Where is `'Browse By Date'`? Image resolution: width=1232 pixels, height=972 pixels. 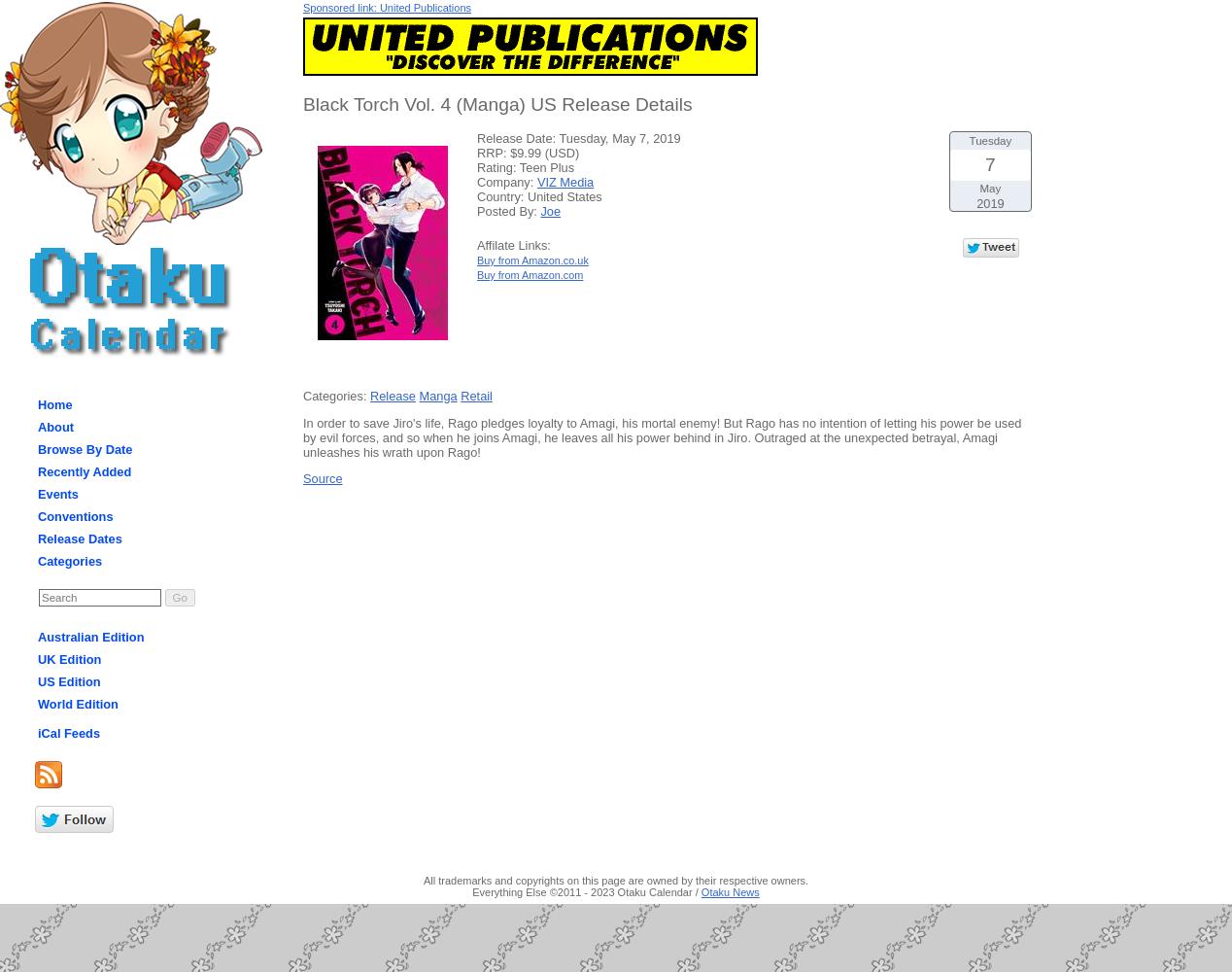 'Browse By Date' is located at coordinates (85, 448).